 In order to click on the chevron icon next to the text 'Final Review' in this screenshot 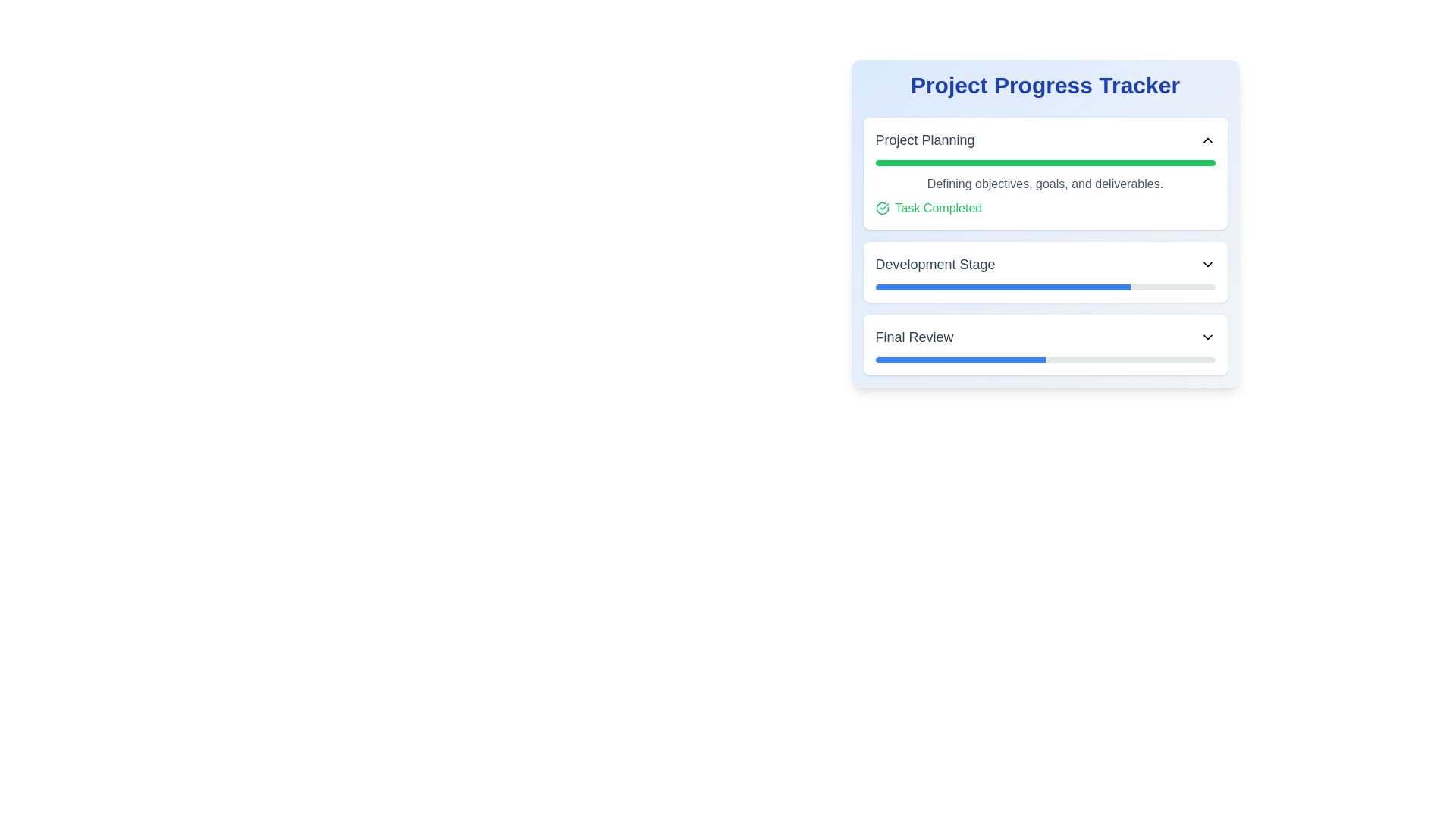, I will do `click(1207, 336)`.